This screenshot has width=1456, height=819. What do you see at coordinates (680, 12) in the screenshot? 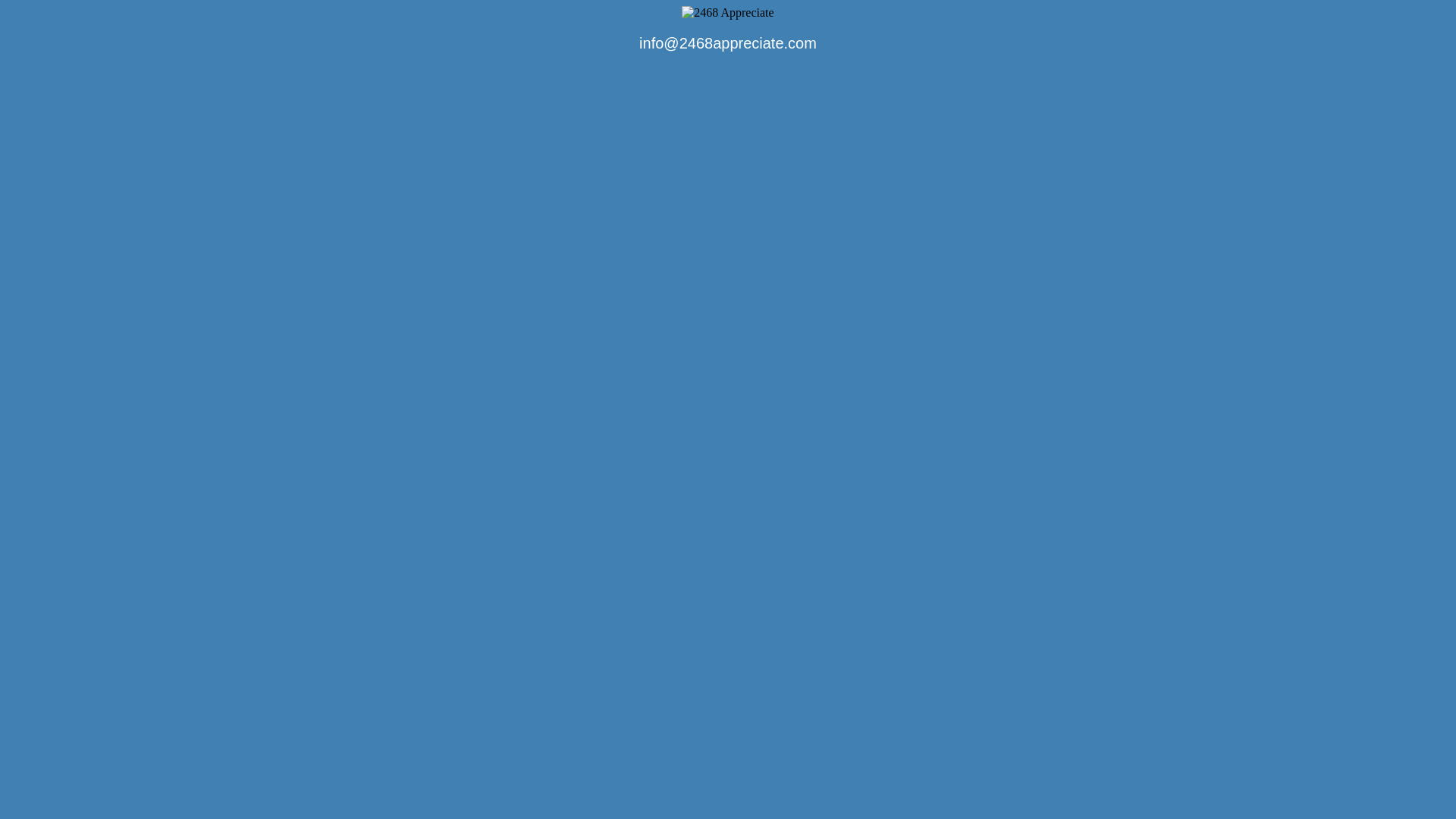
I see `'2468 Appreciate'` at bounding box center [680, 12].